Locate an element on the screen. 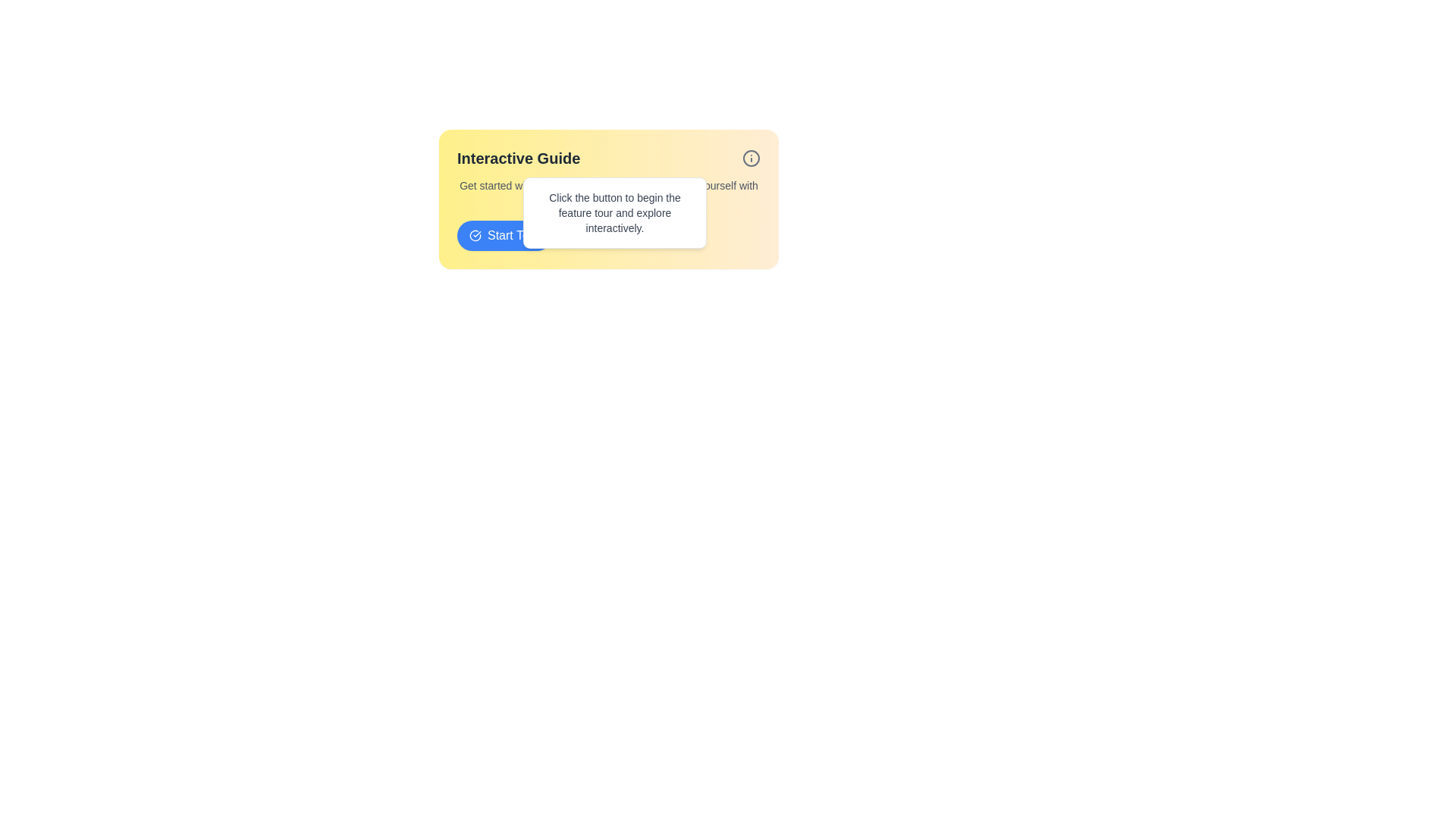  the interactive guide button located below the descriptive text is located at coordinates (504, 236).